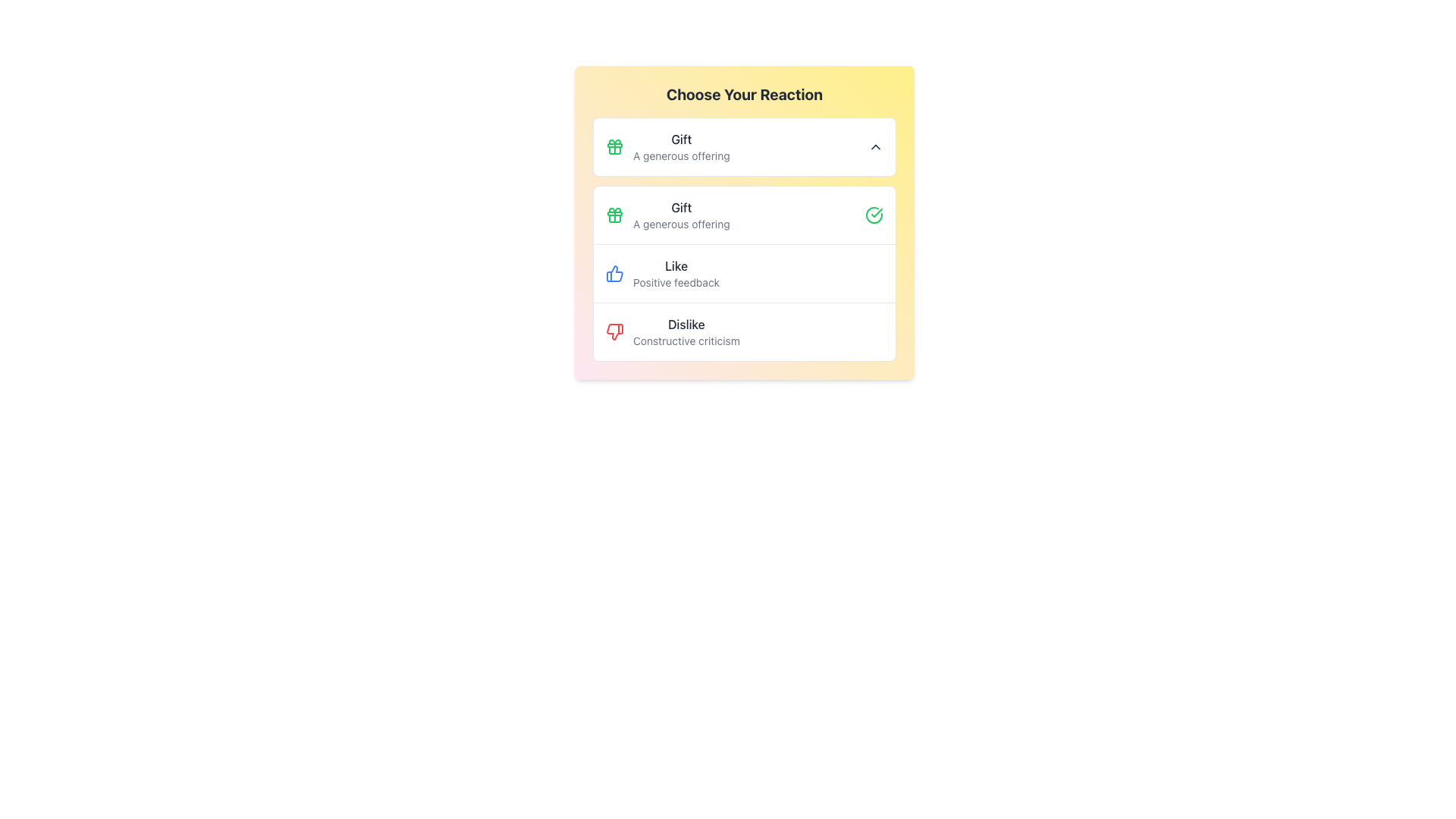 The image size is (1456, 819). Describe the element at coordinates (745, 273) in the screenshot. I see `the second list item in the reaction selection interface` at that location.